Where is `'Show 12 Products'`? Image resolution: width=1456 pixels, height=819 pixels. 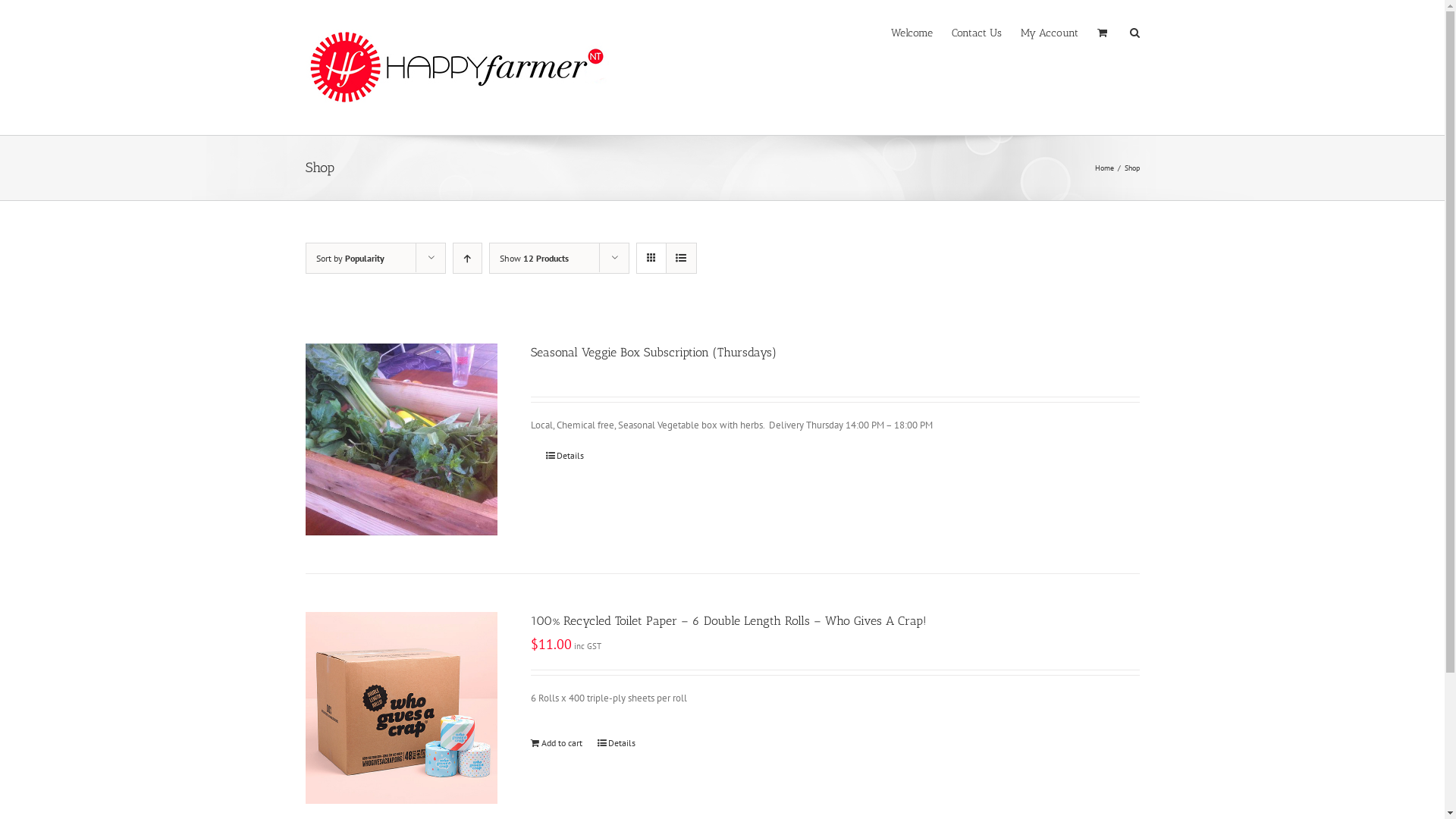
'Show 12 Products' is located at coordinates (533, 257).